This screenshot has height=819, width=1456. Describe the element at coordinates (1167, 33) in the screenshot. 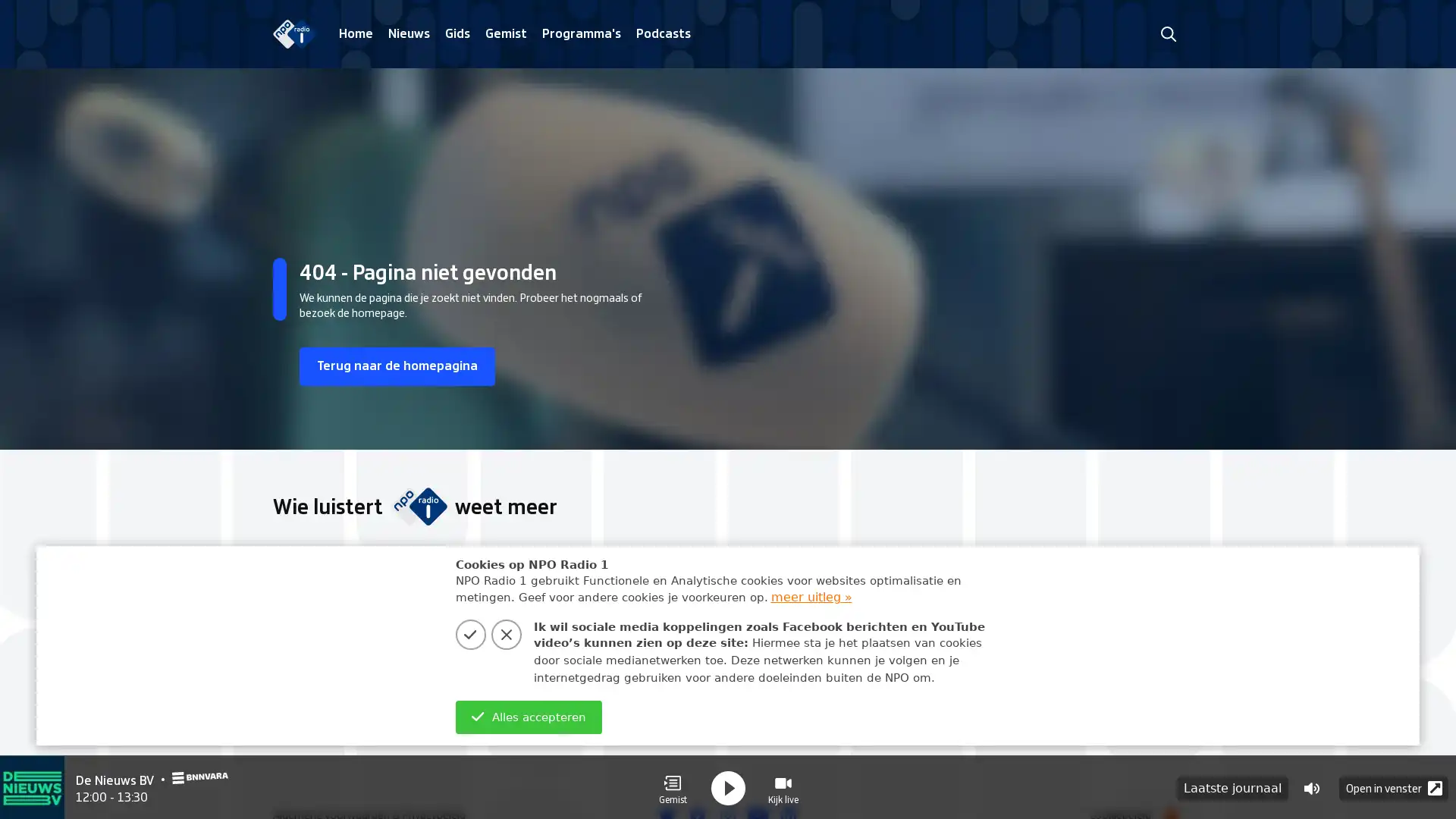

I see `zoeken` at that location.